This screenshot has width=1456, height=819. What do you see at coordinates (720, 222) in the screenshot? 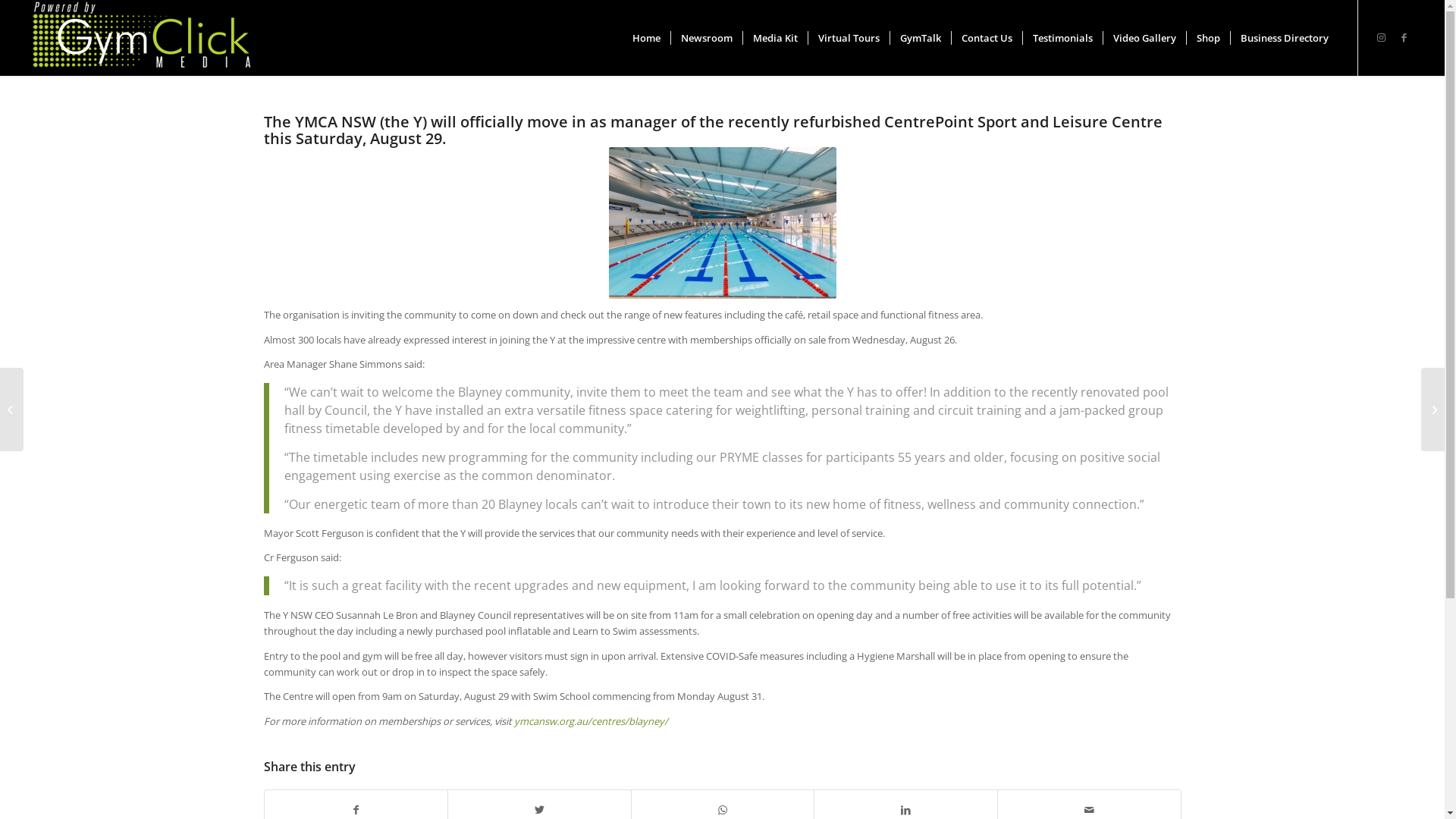
I see `'CentrePoint Sport and Leisure_Blayney'` at bounding box center [720, 222].